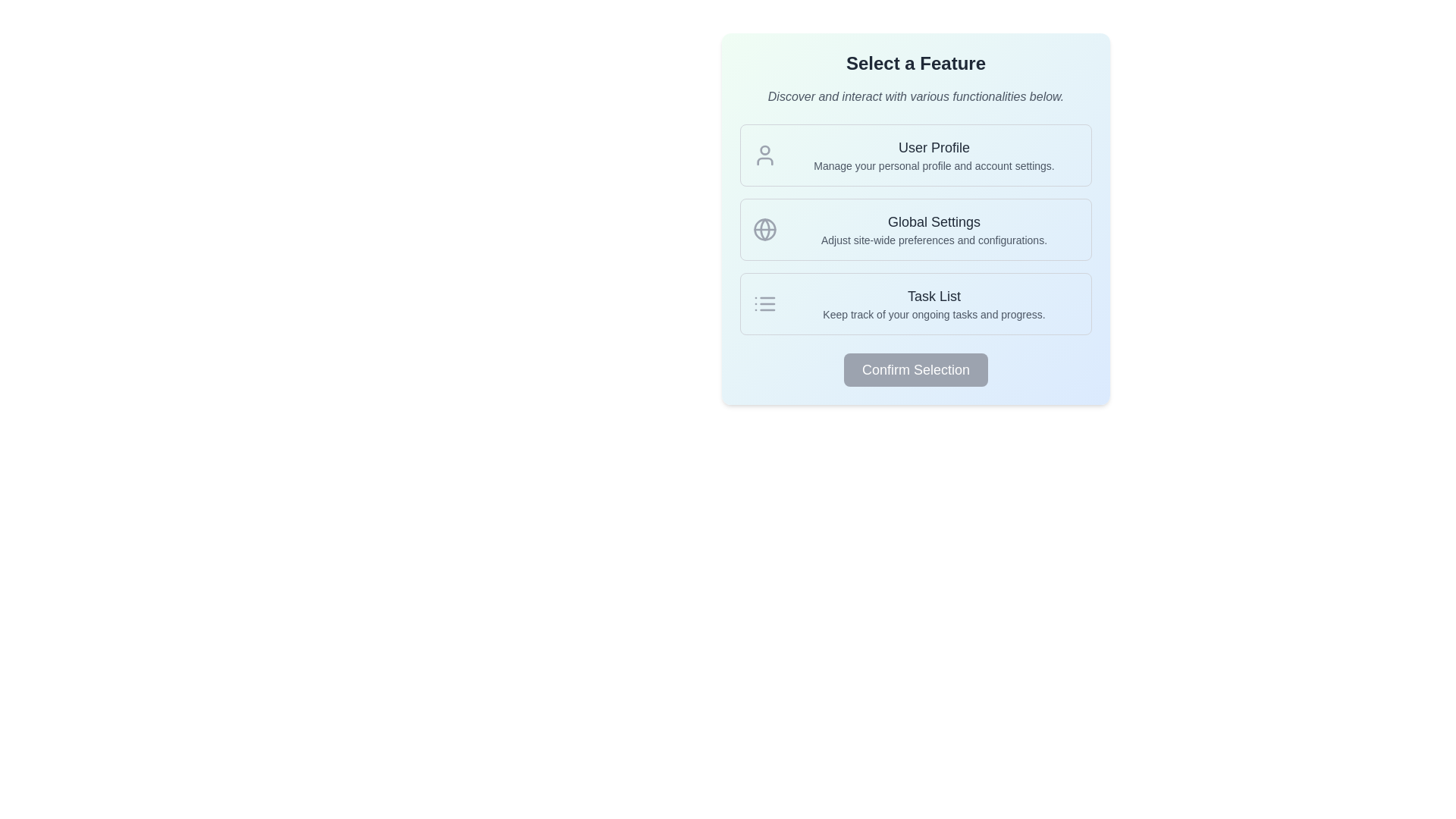  I want to click on the 'Global Settings' icon, which visually represents the concept of 'Global Settings' and is positioned to the left of the corresponding label text, so click(764, 230).